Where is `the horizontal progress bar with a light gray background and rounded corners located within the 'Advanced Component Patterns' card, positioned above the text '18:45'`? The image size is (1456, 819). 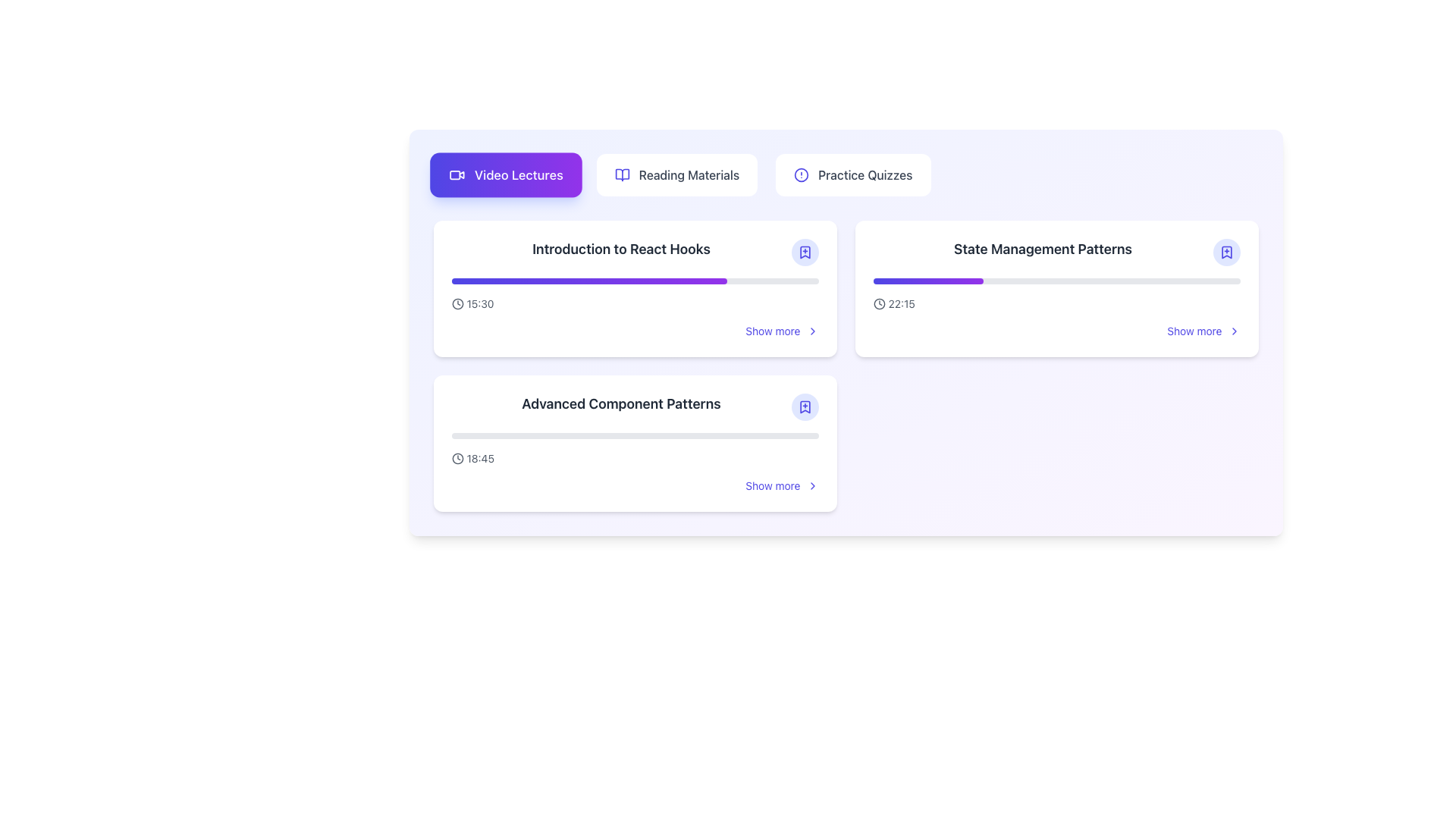
the horizontal progress bar with a light gray background and rounded corners located within the 'Advanced Component Patterns' card, positioned above the text '18:45' is located at coordinates (635, 435).